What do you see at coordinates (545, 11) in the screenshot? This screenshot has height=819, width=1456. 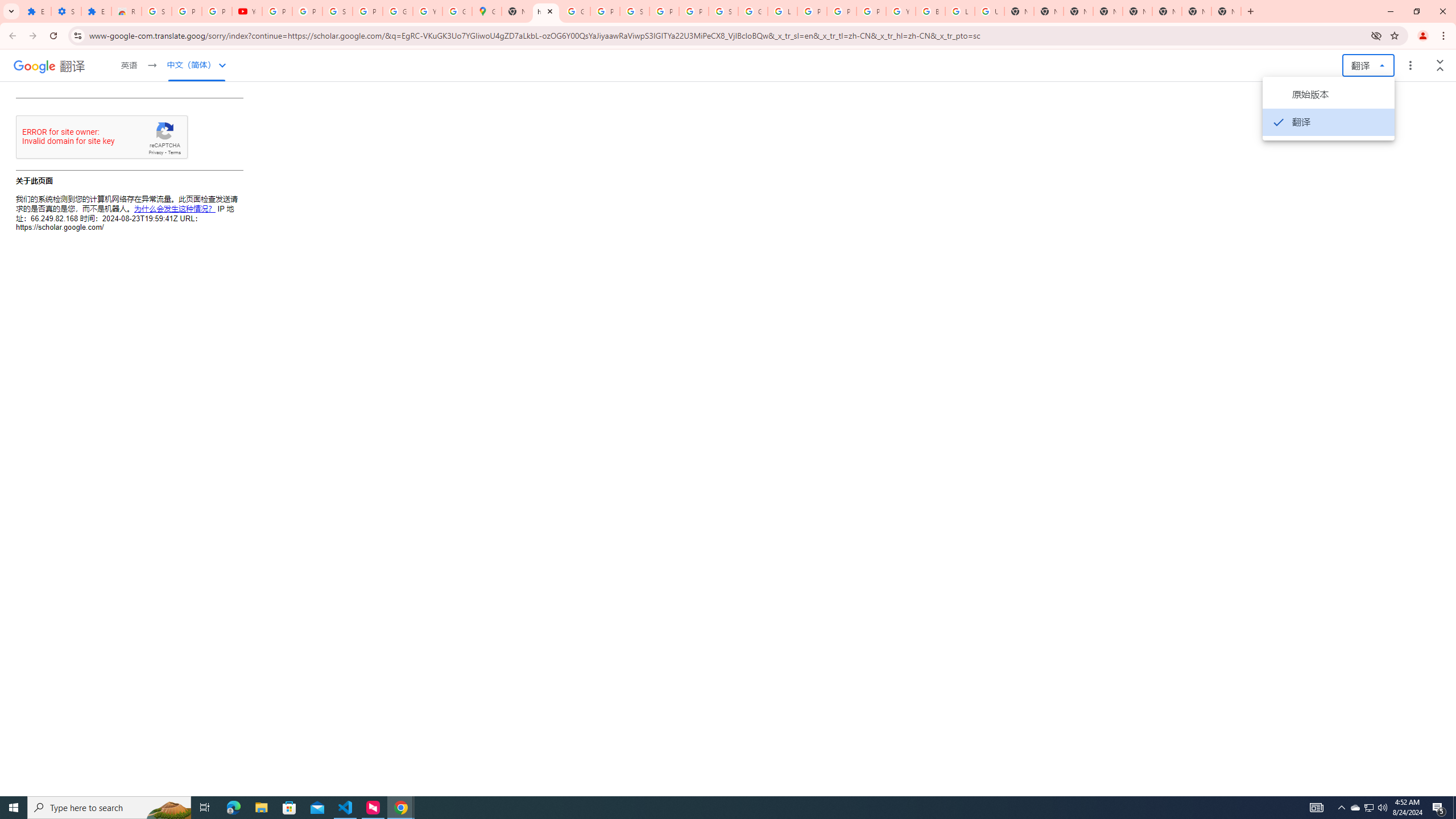 I see `'https://scholar.google.com/'` at bounding box center [545, 11].